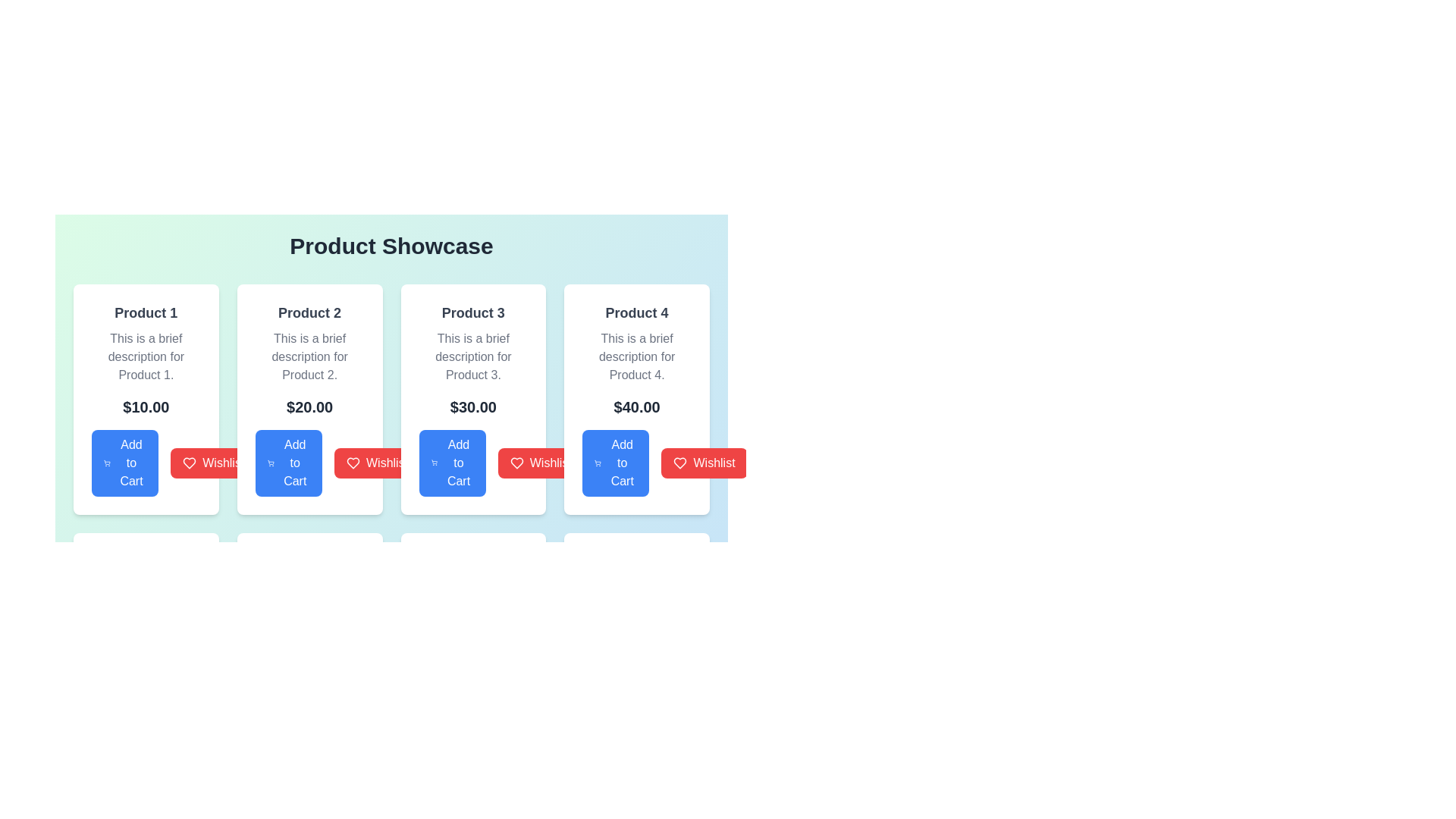 The width and height of the screenshot is (1456, 819). What do you see at coordinates (309, 312) in the screenshot?
I see `the static text label 'Product 2', which is styled in a large bold font and dark gray color, located at the top of the second card in a grid of four cards` at bounding box center [309, 312].